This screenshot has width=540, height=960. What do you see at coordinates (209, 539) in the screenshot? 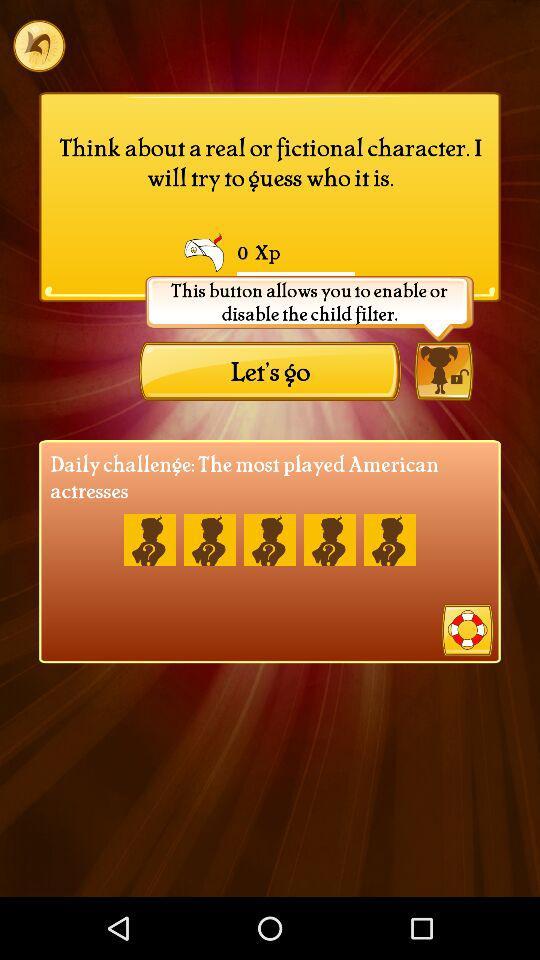
I see `the second image from the daily challenge` at bounding box center [209, 539].